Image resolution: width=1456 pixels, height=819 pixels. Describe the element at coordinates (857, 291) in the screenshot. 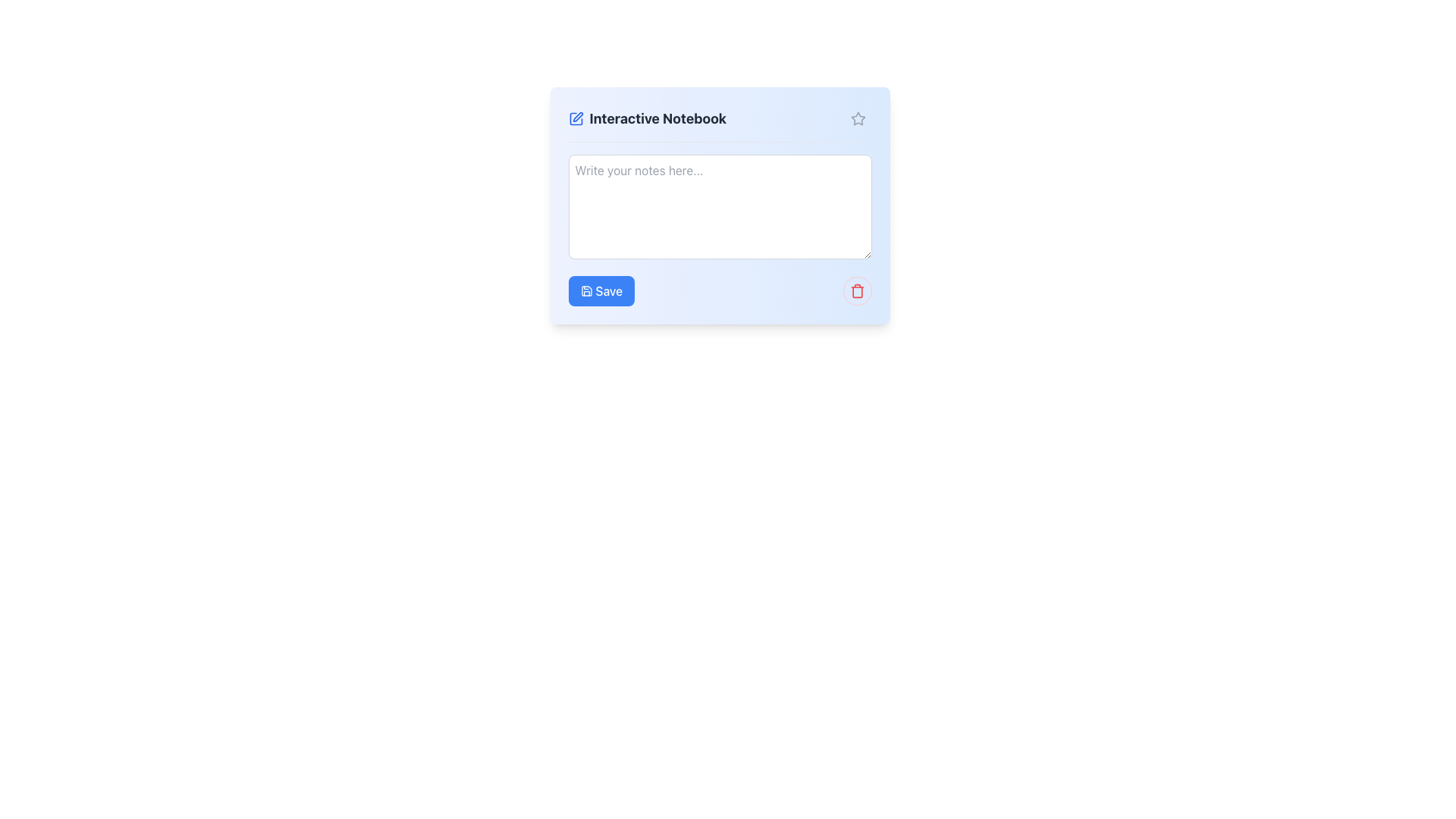

I see `the trash icon button located at the bottom-right of the 'Interactive Notebook' card` at that location.